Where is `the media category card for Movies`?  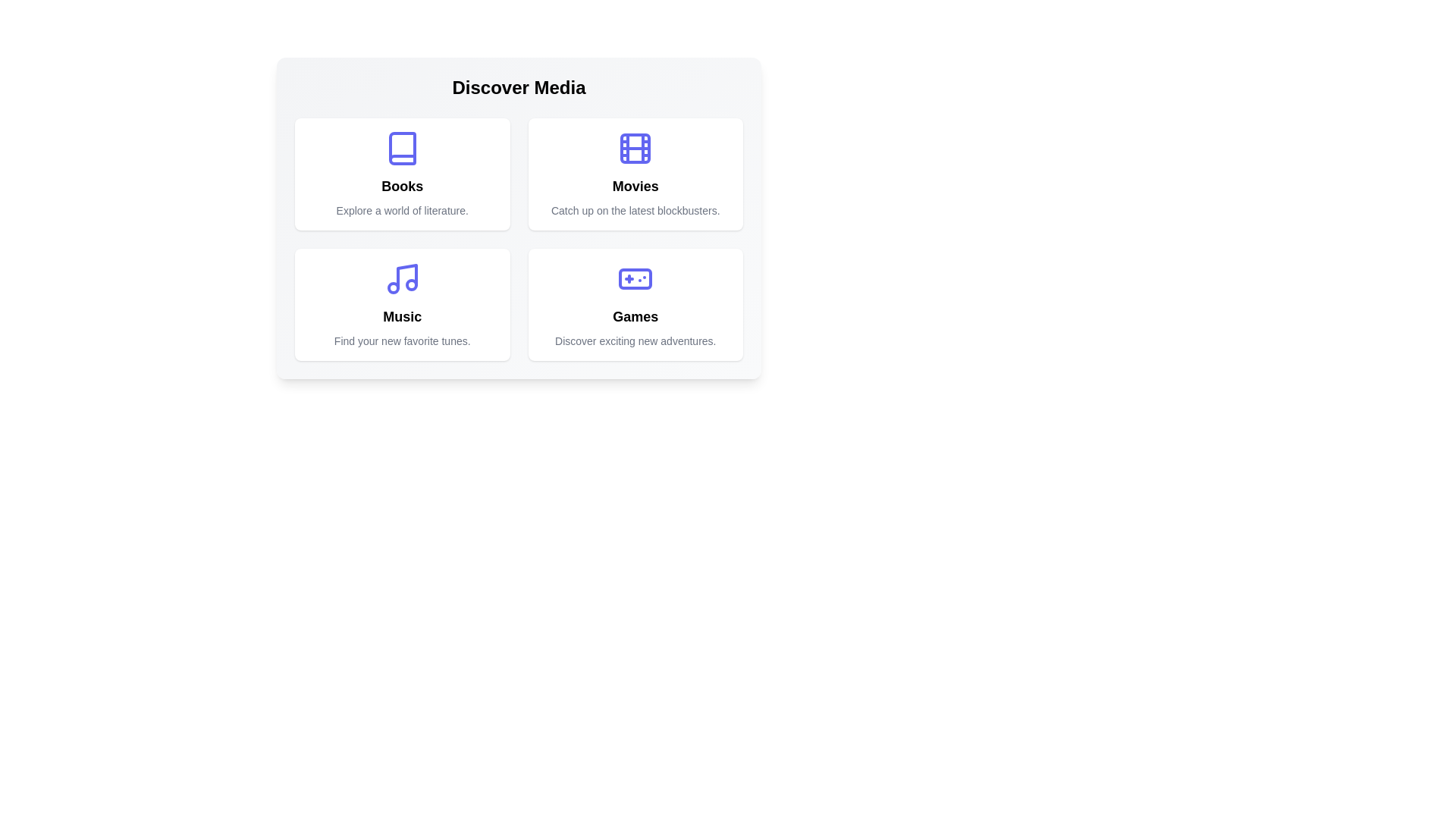 the media category card for Movies is located at coordinates (635, 174).